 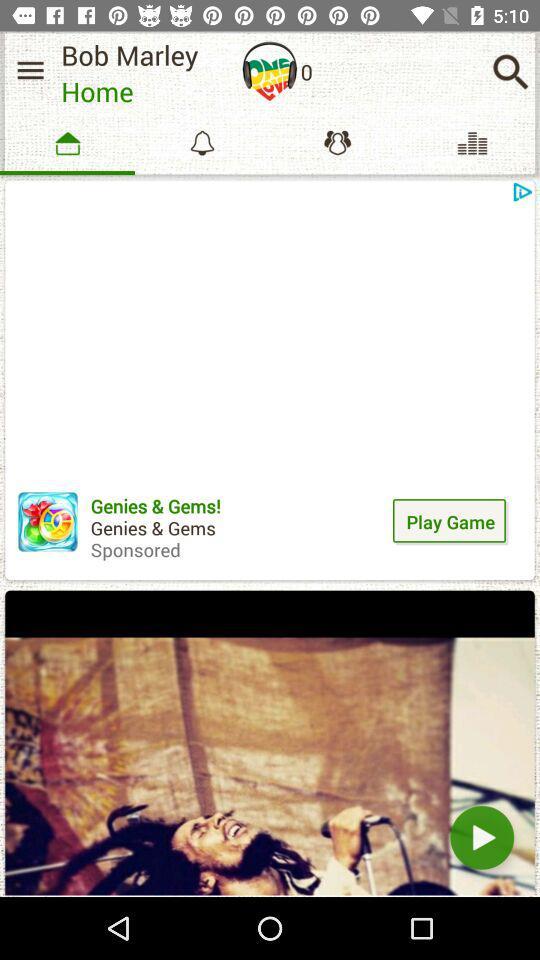 What do you see at coordinates (481, 837) in the screenshot?
I see `the play icon` at bounding box center [481, 837].